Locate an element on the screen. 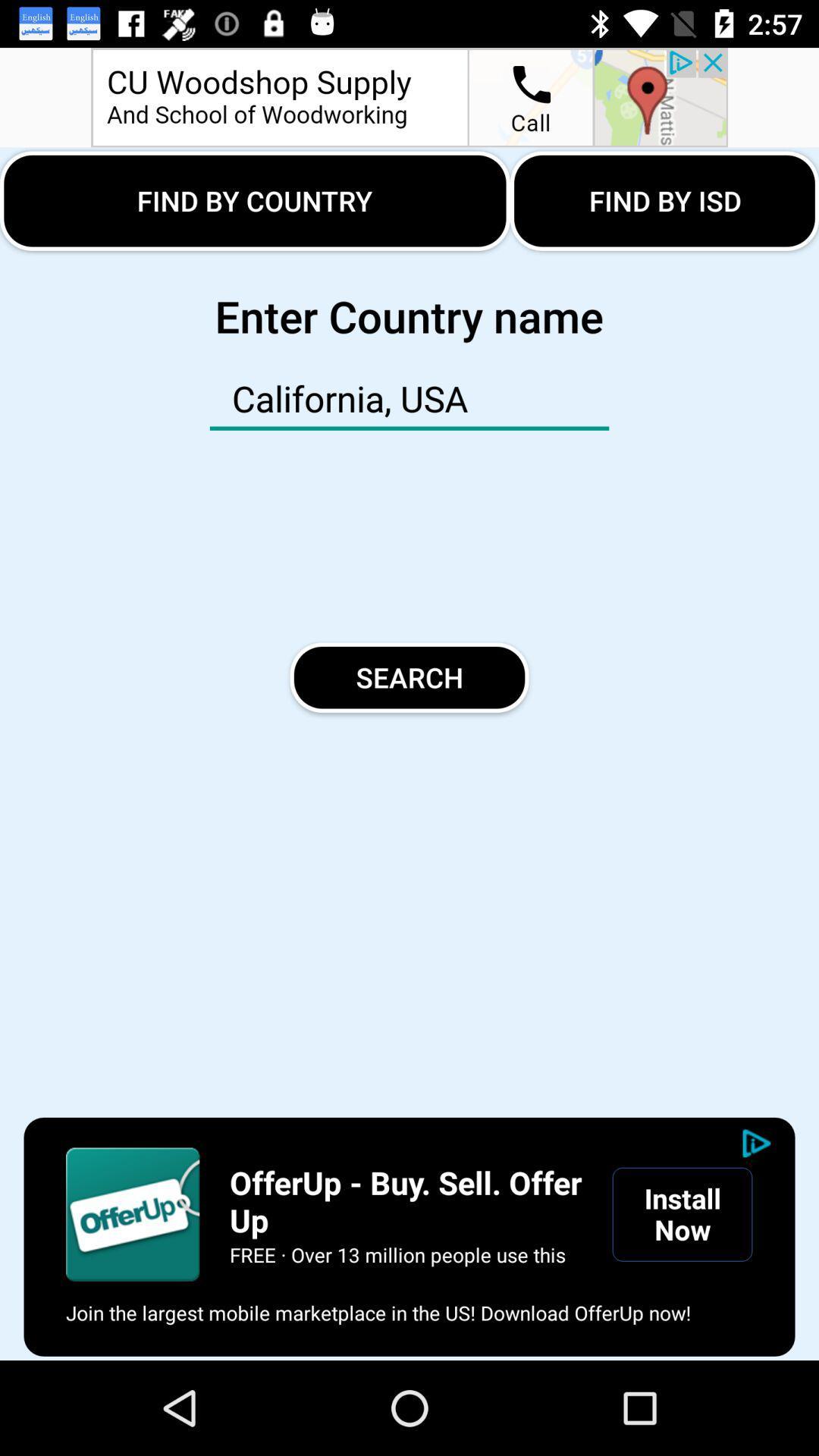 The width and height of the screenshot is (819, 1456). open advertisement is located at coordinates (132, 1214).